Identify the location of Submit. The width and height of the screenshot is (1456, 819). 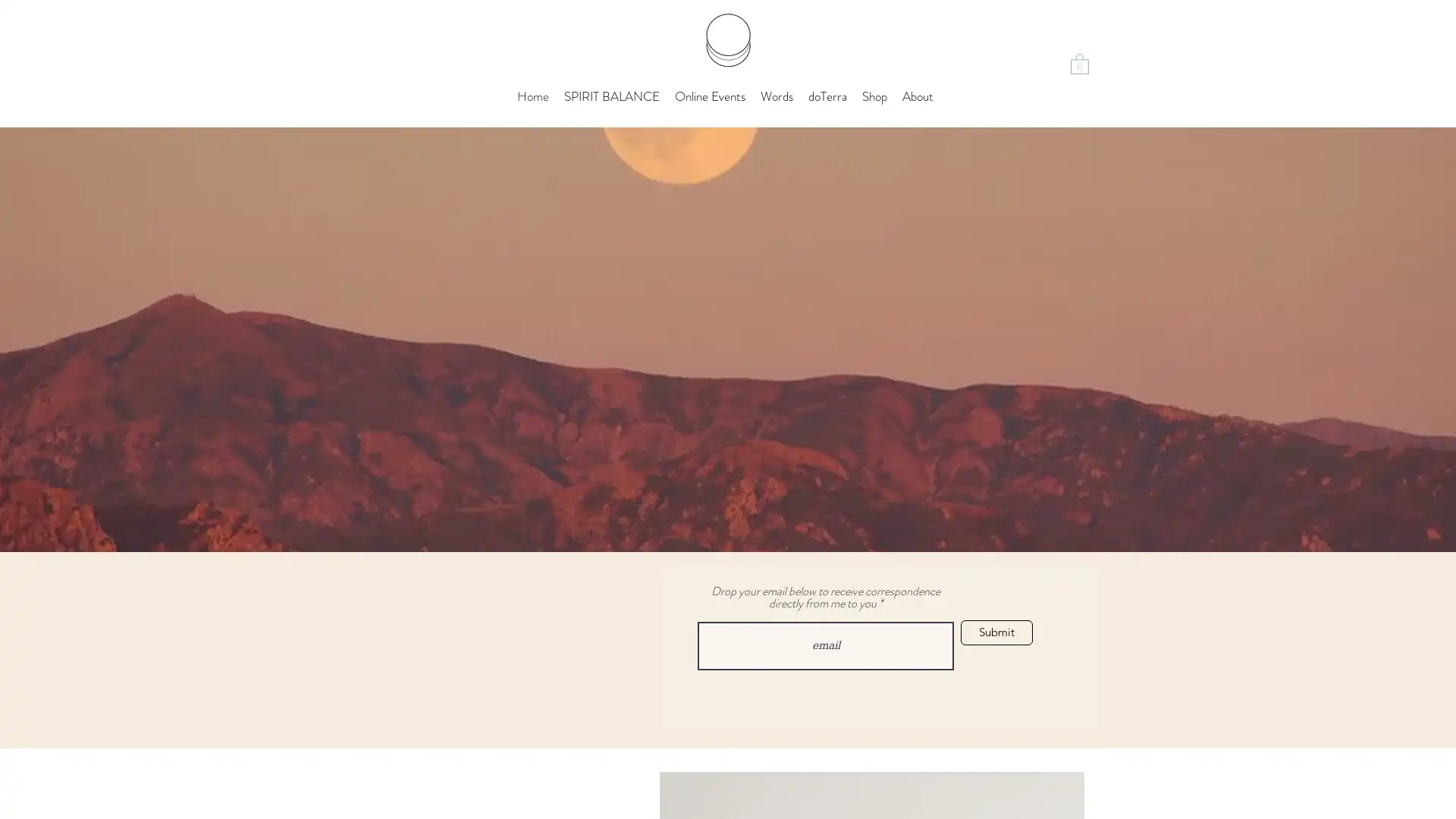
(996, 632).